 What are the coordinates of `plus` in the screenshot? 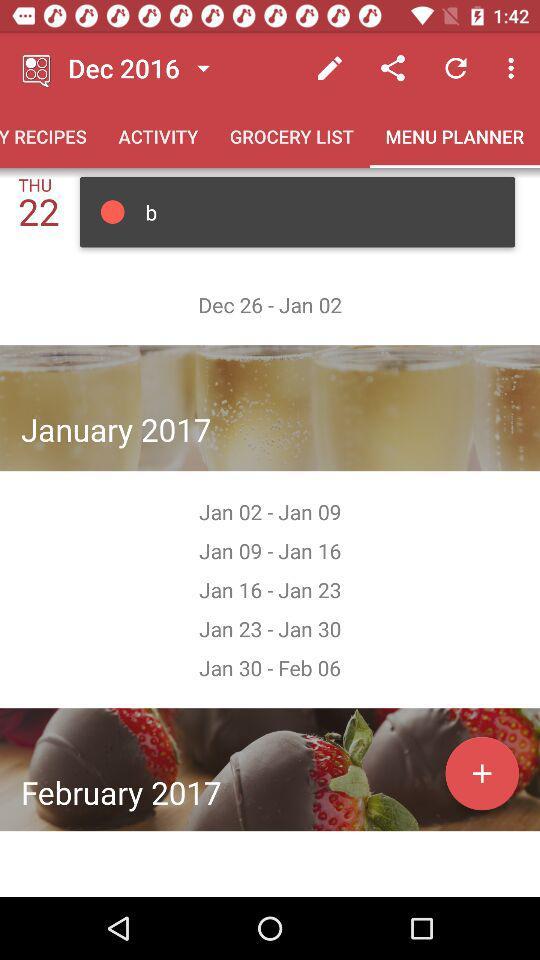 It's located at (481, 772).